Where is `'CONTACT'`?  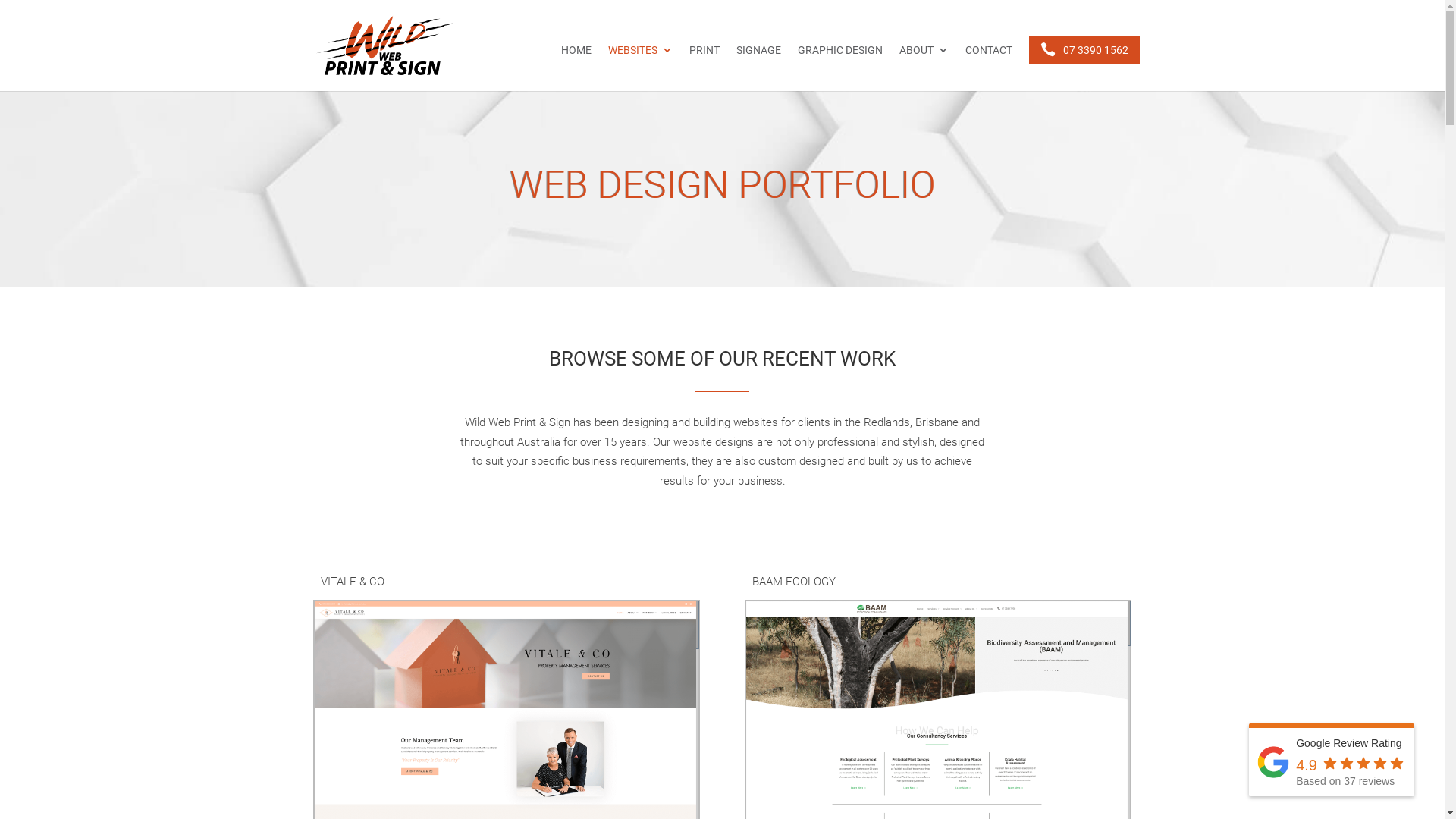
'CONTACT' is located at coordinates (964, 67).